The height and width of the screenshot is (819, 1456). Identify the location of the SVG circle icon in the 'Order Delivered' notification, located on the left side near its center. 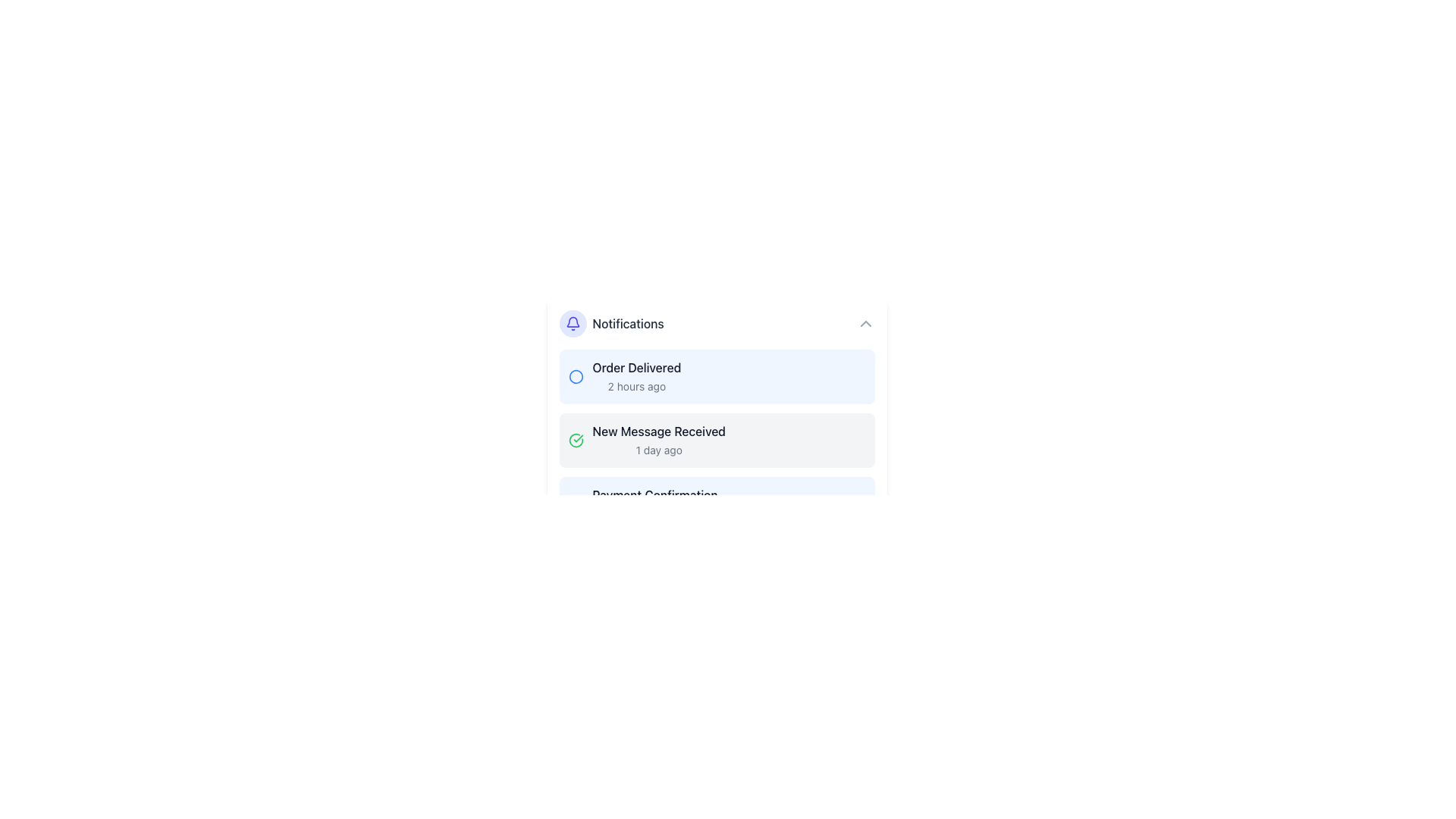
(575, 376).